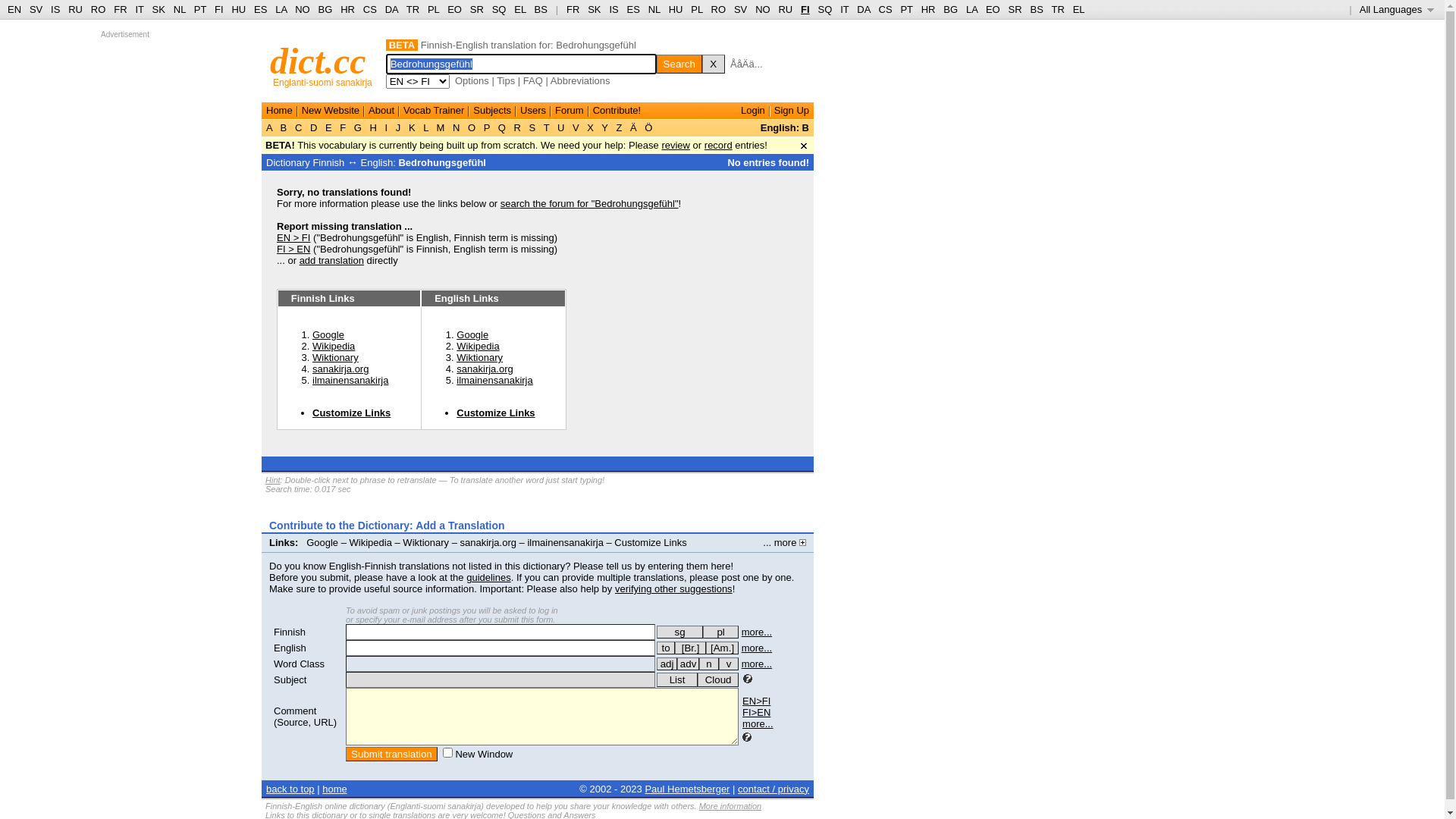 The height and width of the screenshot is (819, 1456). Describe the element at coordinates (387, 525) in the screenshot. I see `'Contribute to the Dictionary: Add a Translation'` at that location.